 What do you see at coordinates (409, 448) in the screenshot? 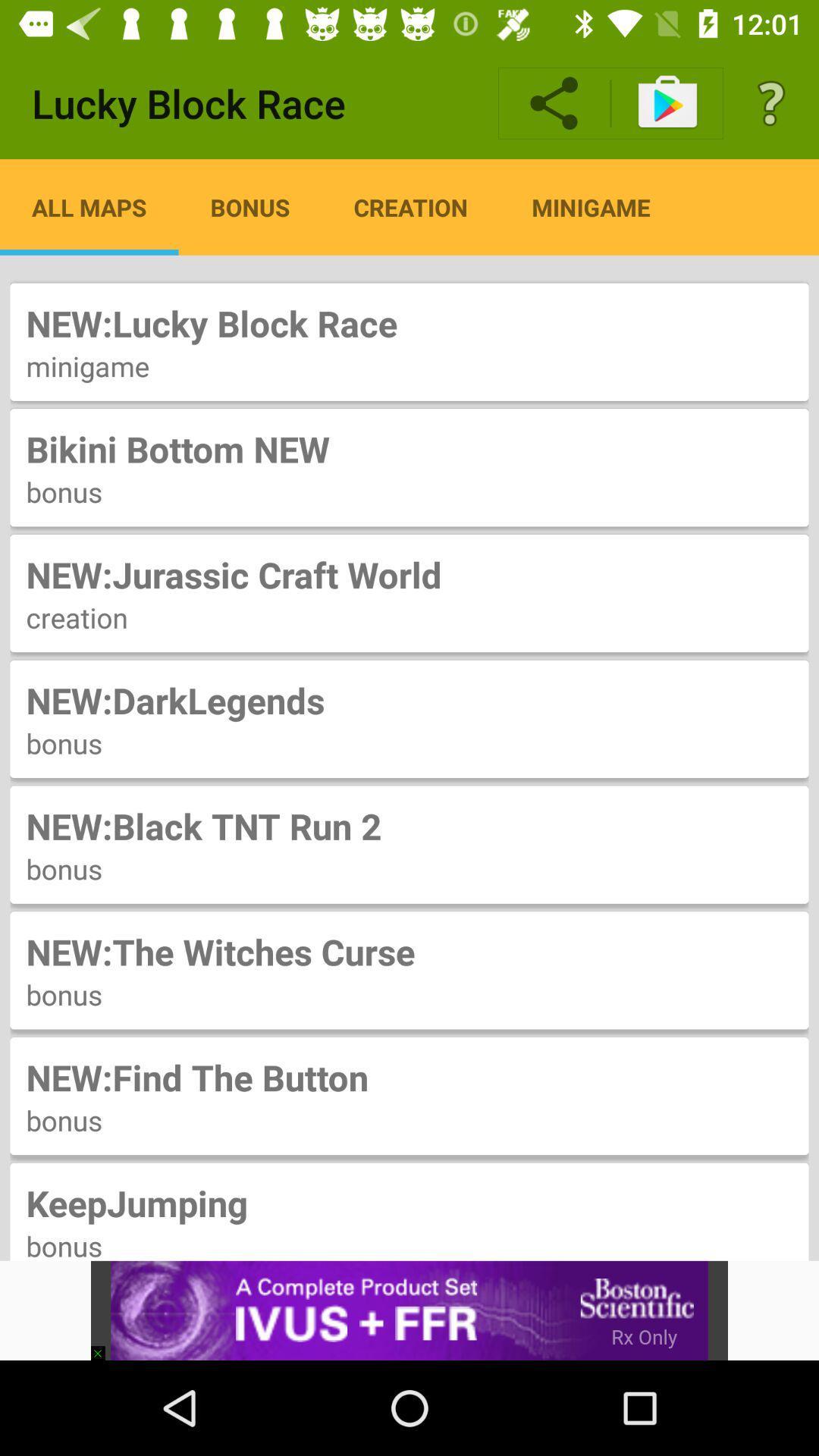
I see `bikini bottom new item` at bounding box center [409, 448].